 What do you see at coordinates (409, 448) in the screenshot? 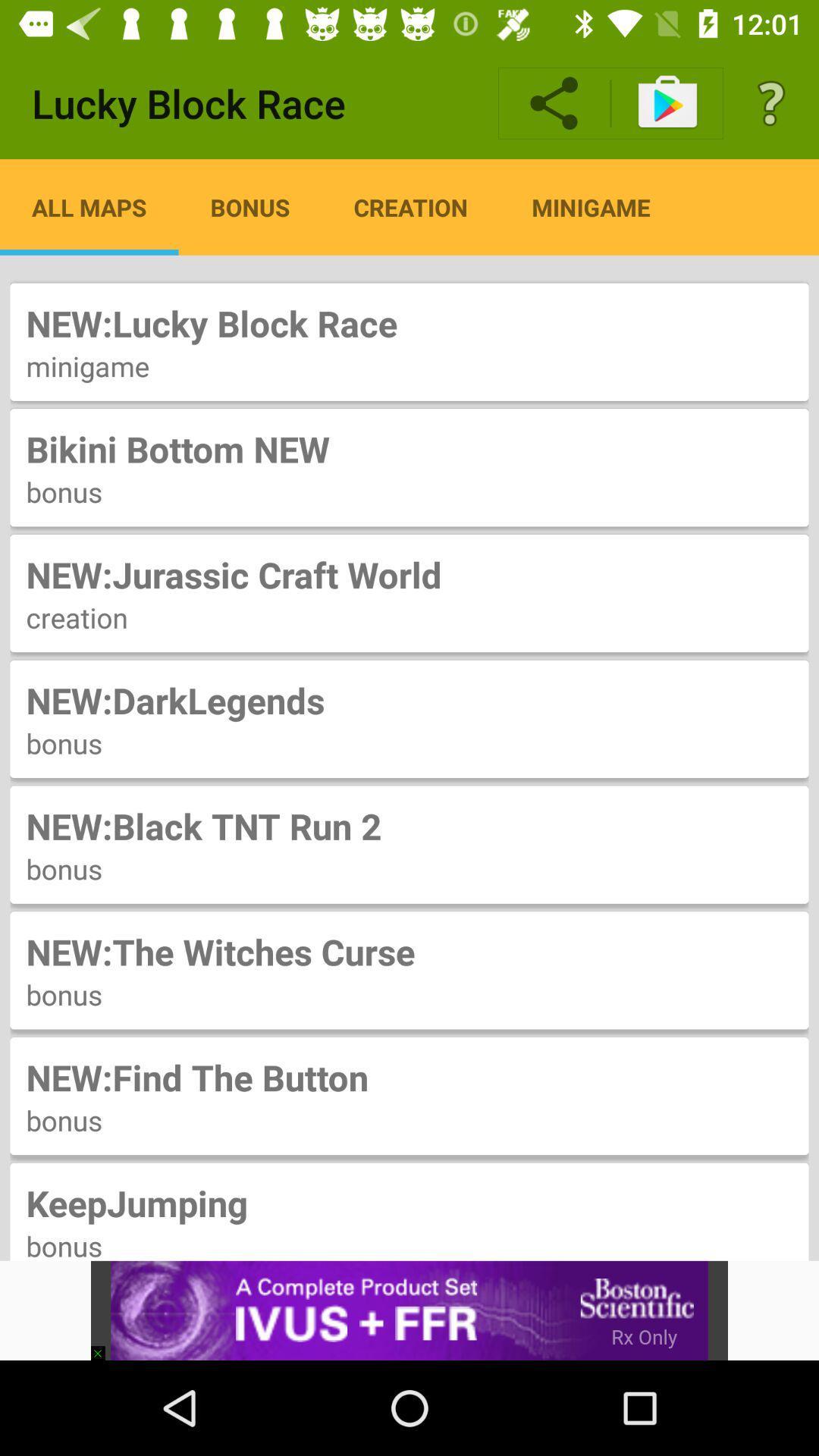
I see `bikini bottom new item` at bounding box center [409, 448].